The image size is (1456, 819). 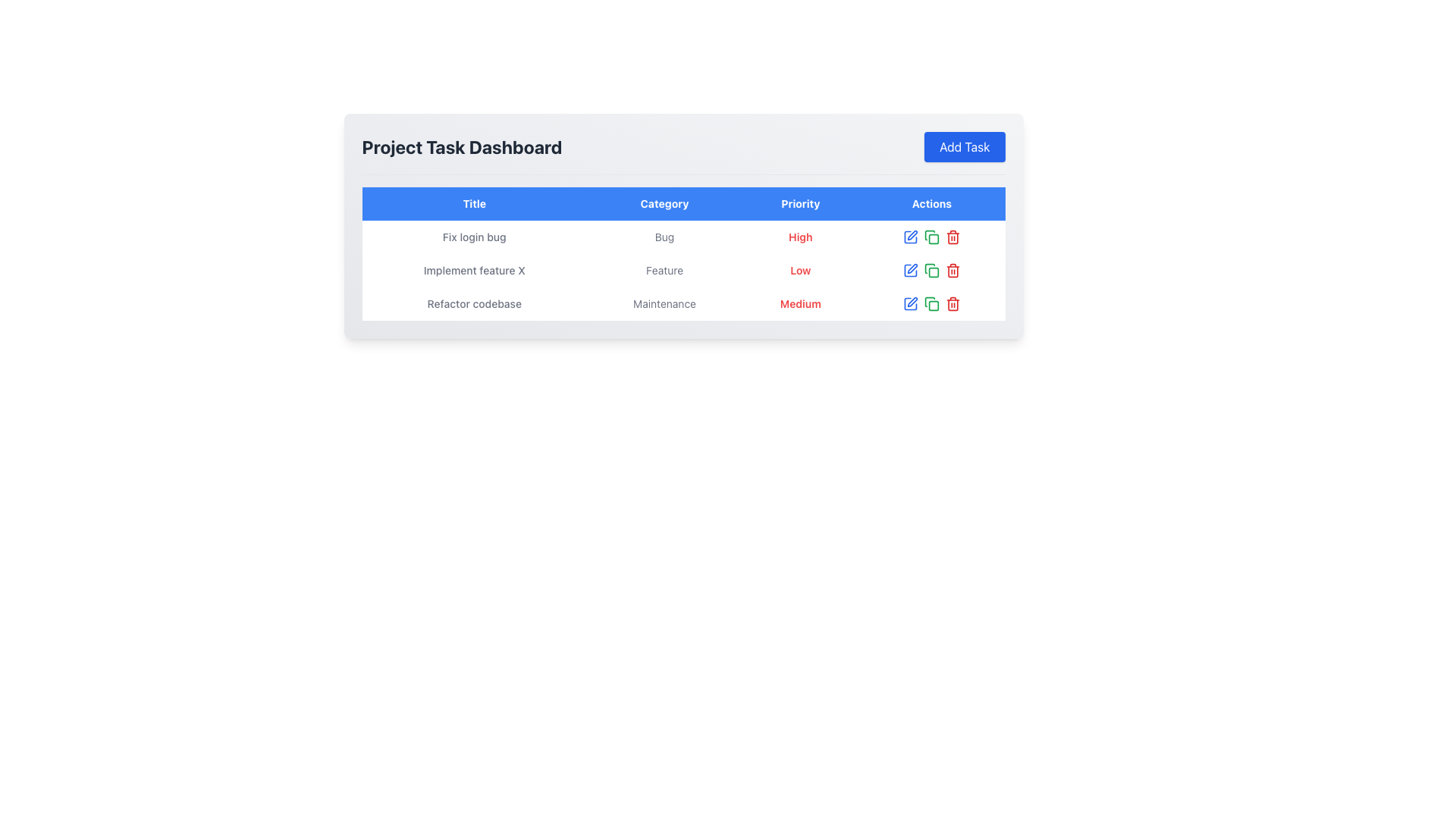 I want to click on the green copy icon located in the Actions column of the table on the dashboard, specifically the second action icon in the row labeled 'Feature', so click(x=930, y=270).